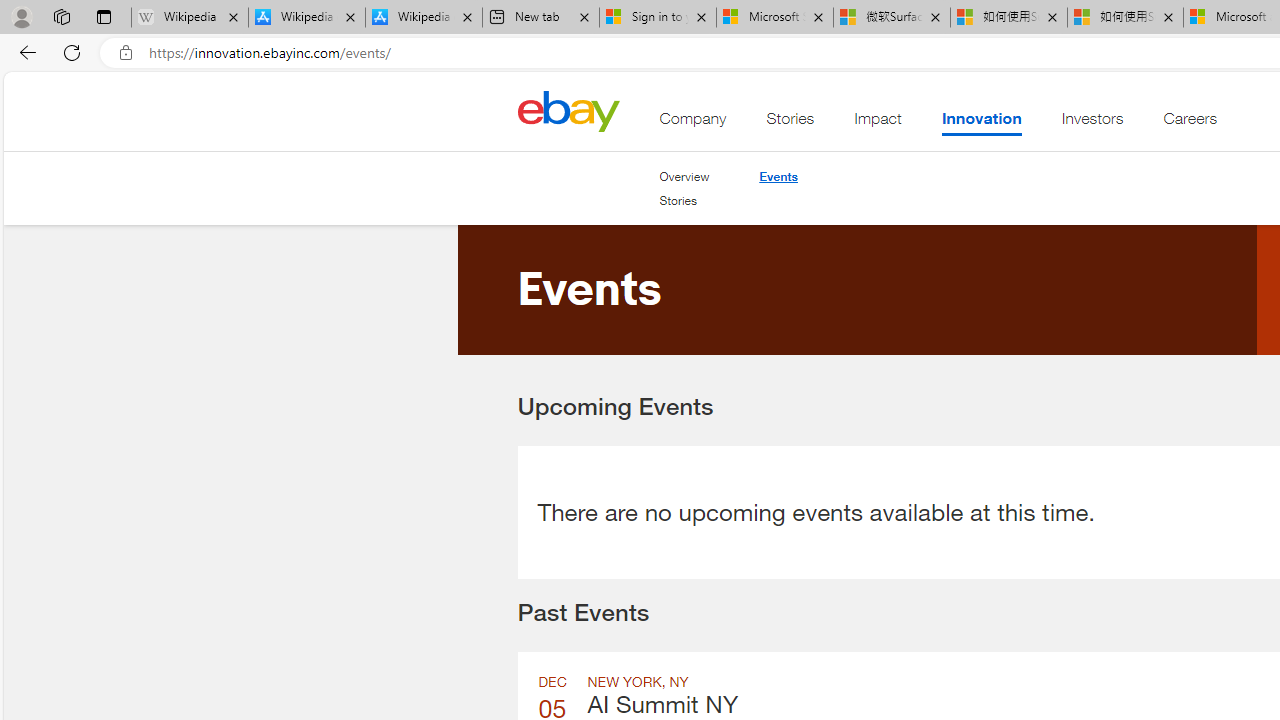 This screenshot has height=720, width=1280. I want to click on 'Careers', so click(1191, 123).